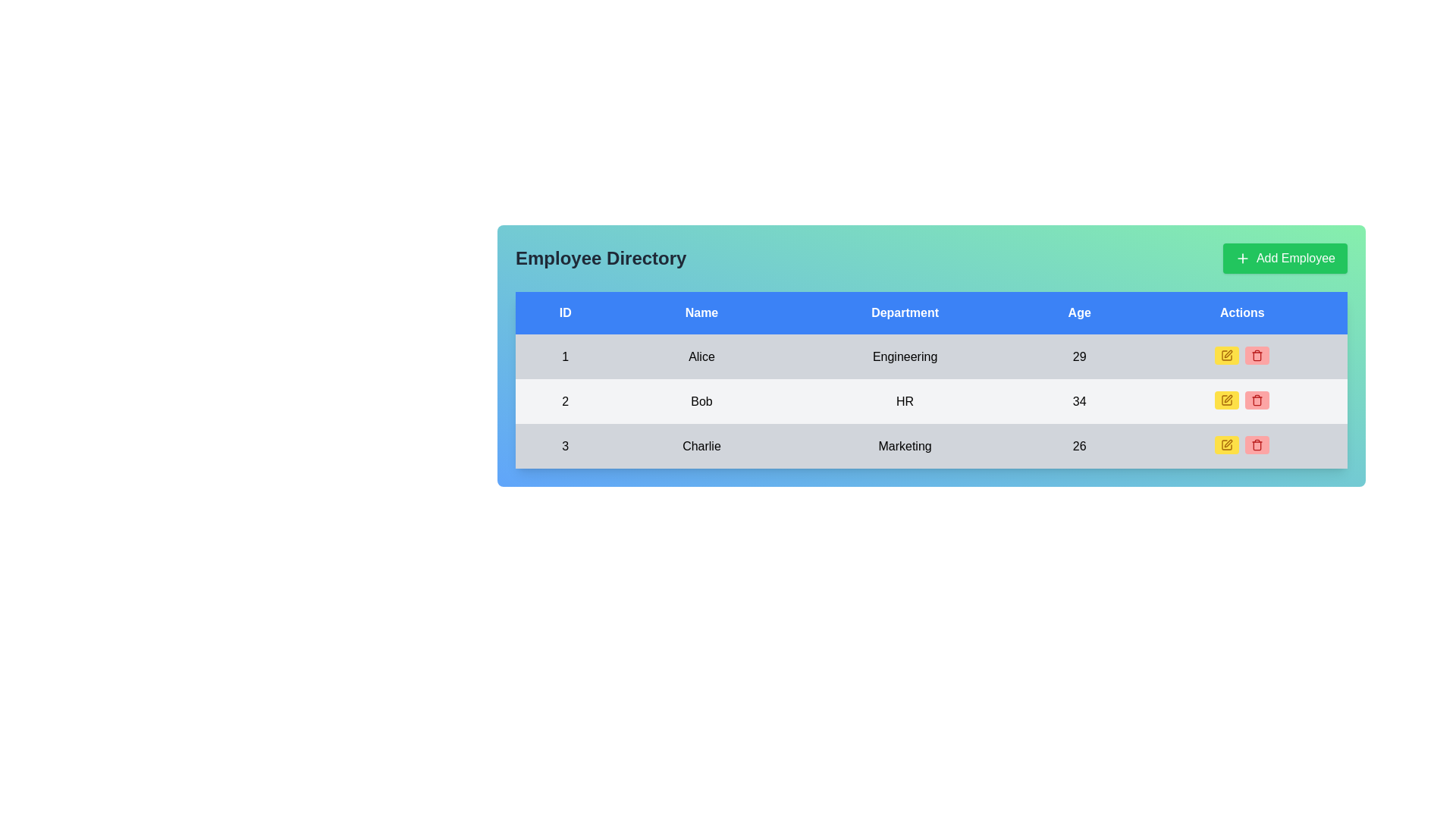 Image resolution: width=1456 pixels, height=819 pixels. Describe the element at coordinates (1242, 356) in the screenshot. I see `the action buttons in the table cell for employee 'Alice', located in the fifth cell of the first row under the 'Actions' column` at that location.